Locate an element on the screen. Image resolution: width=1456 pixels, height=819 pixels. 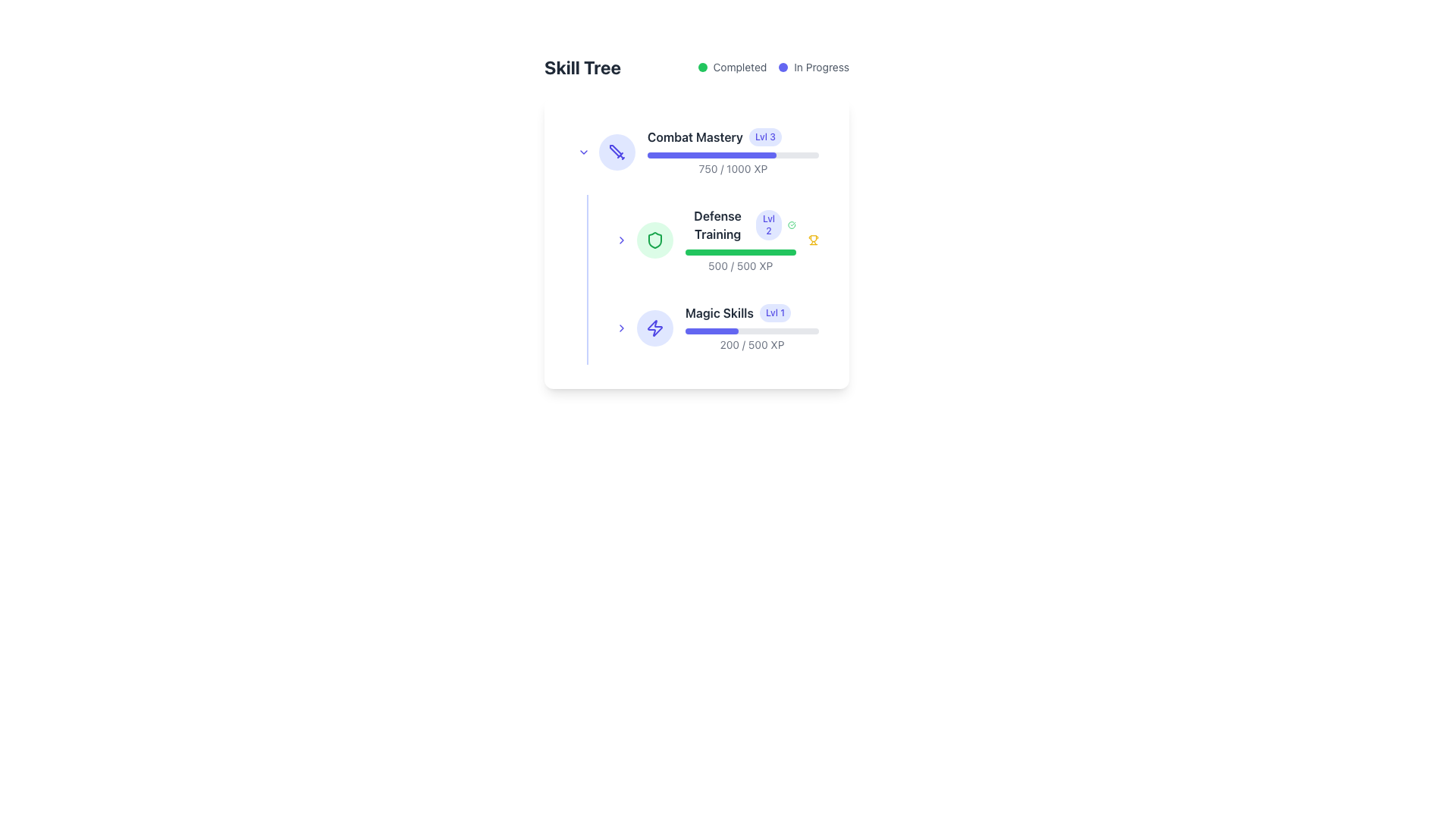
the status indicator label on the left side of the row that displays 'Completed' and 'In Progress' is located at coordinates (732, 66).